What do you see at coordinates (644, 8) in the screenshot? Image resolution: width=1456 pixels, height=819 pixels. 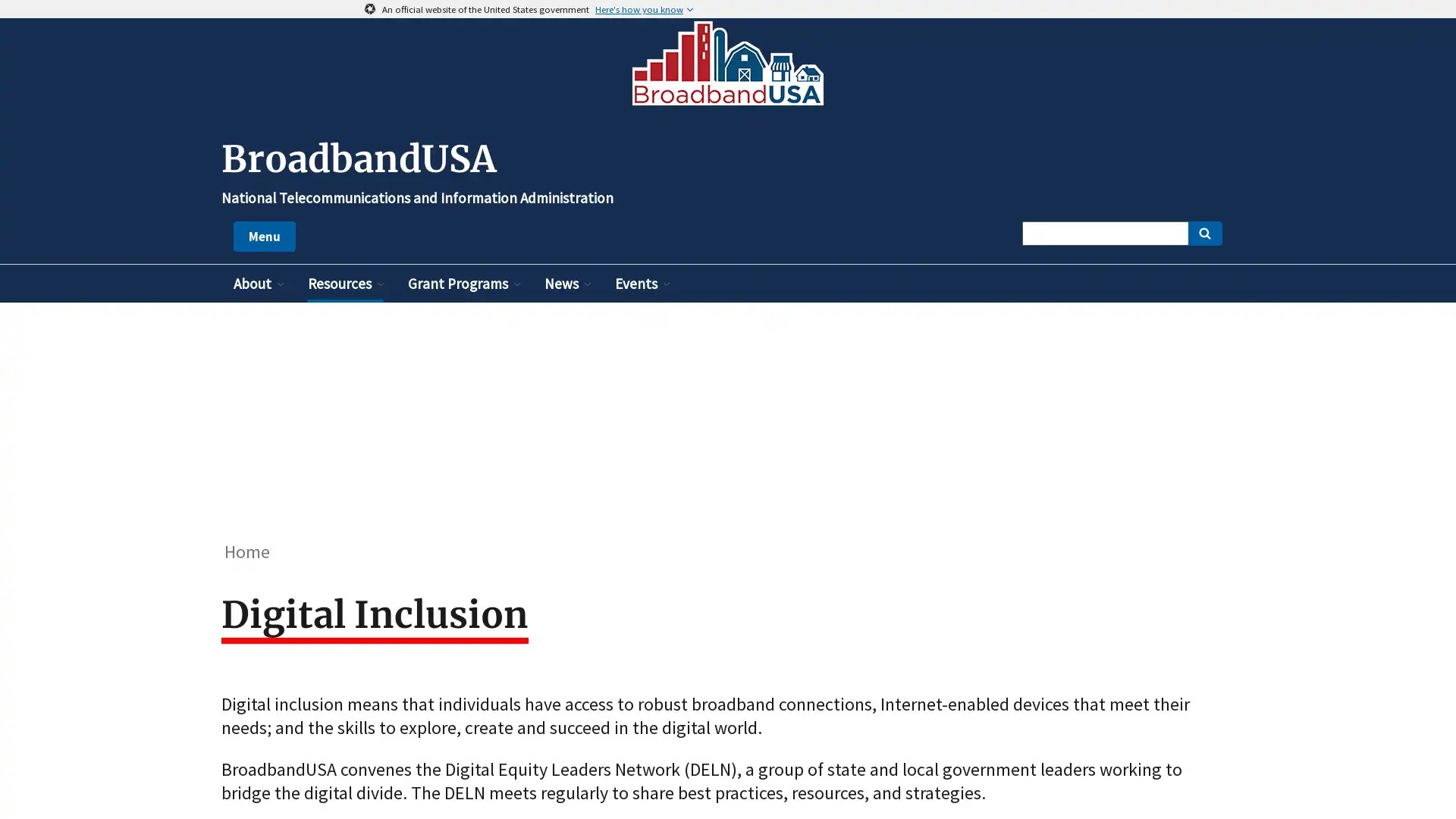 I see `Here's how you know` at bounding box center [644, 8].